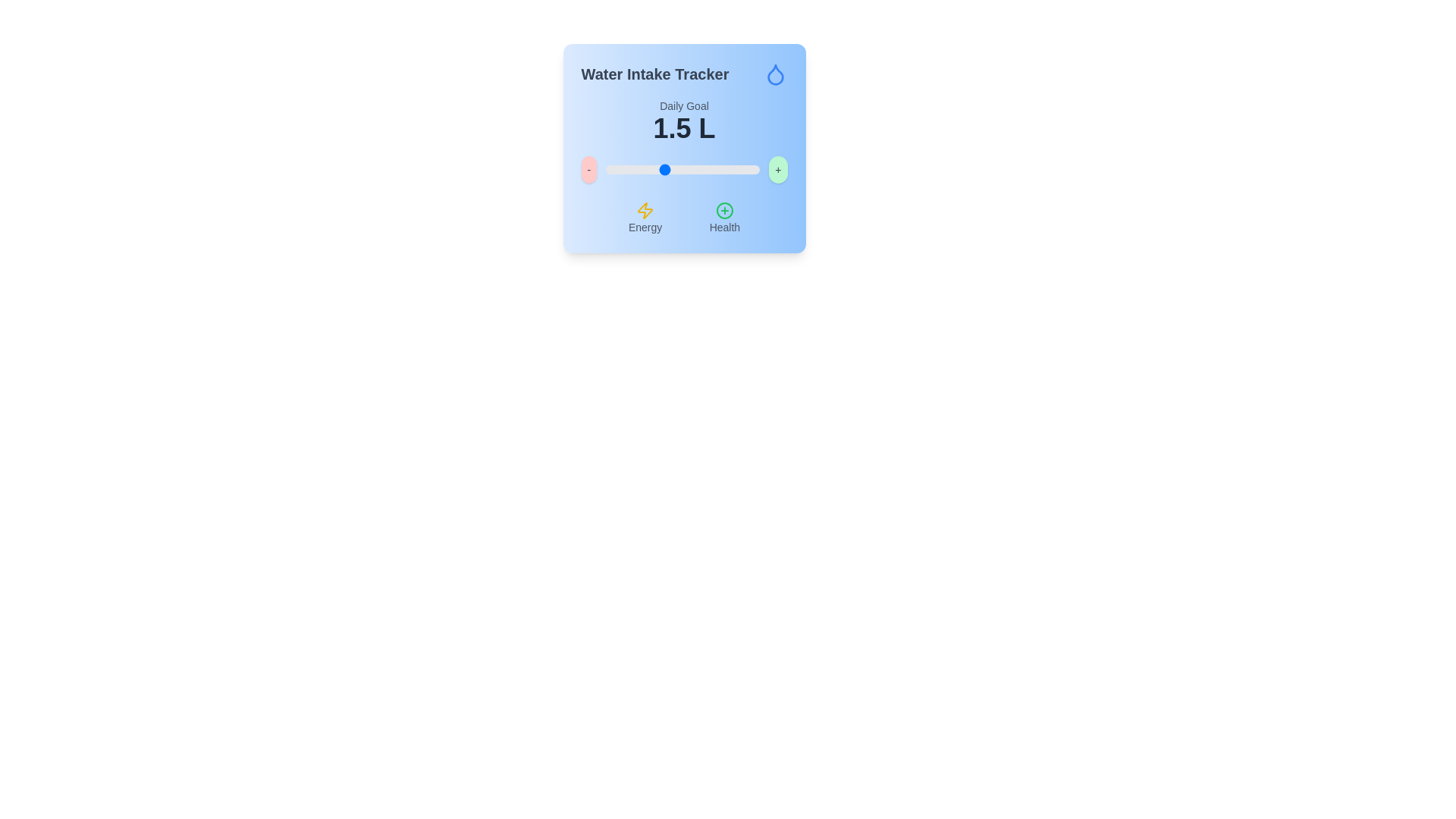  What do you see at coordinates (723, 210) in the screenshot?
I see `the Iconographic button located in the lower-right corner of the card interface for additional information` at bounding box center [723, 210].